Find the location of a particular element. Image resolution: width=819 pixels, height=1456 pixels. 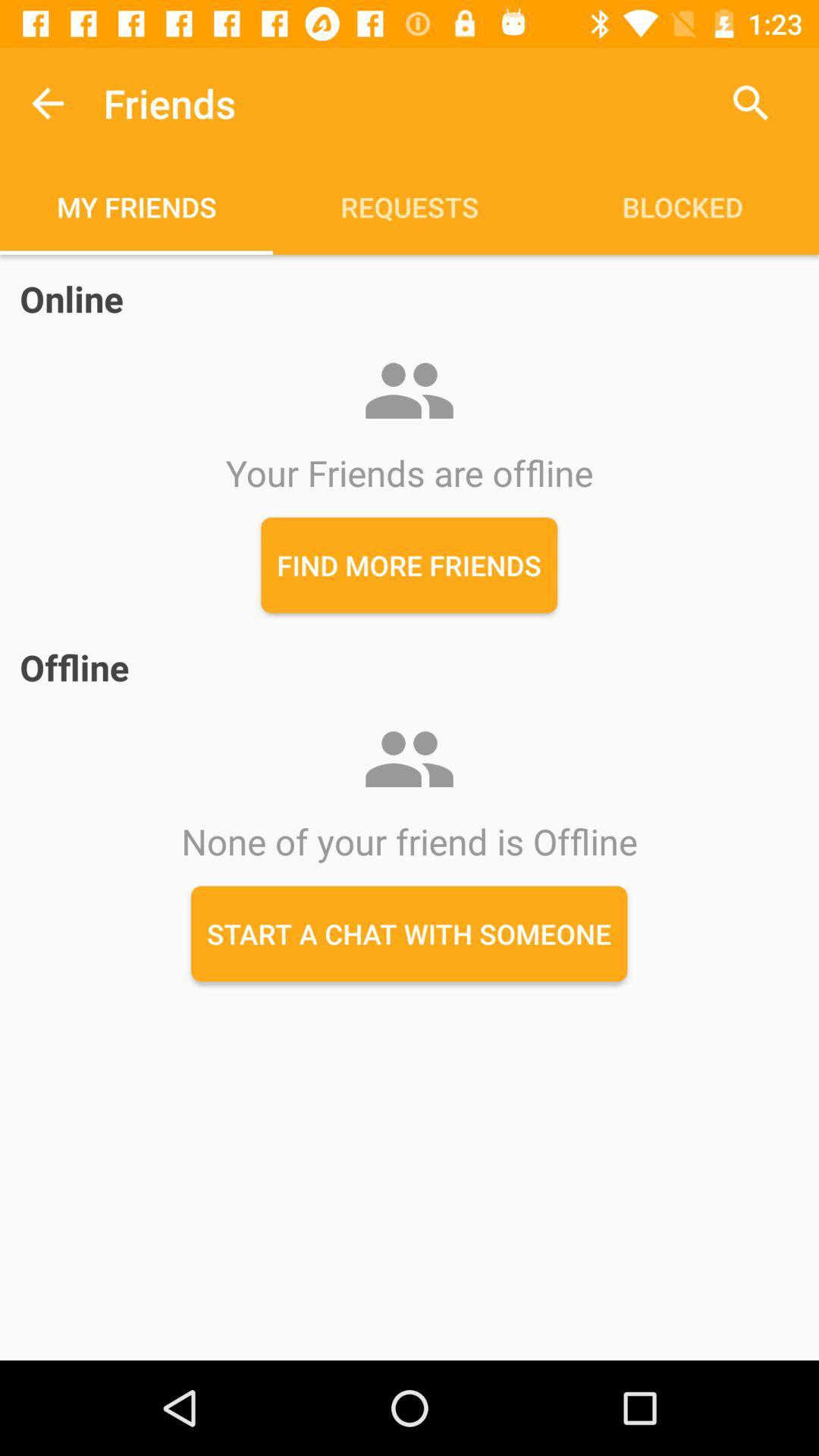

icon next to the friends icon is located at coordinates (46, 102).